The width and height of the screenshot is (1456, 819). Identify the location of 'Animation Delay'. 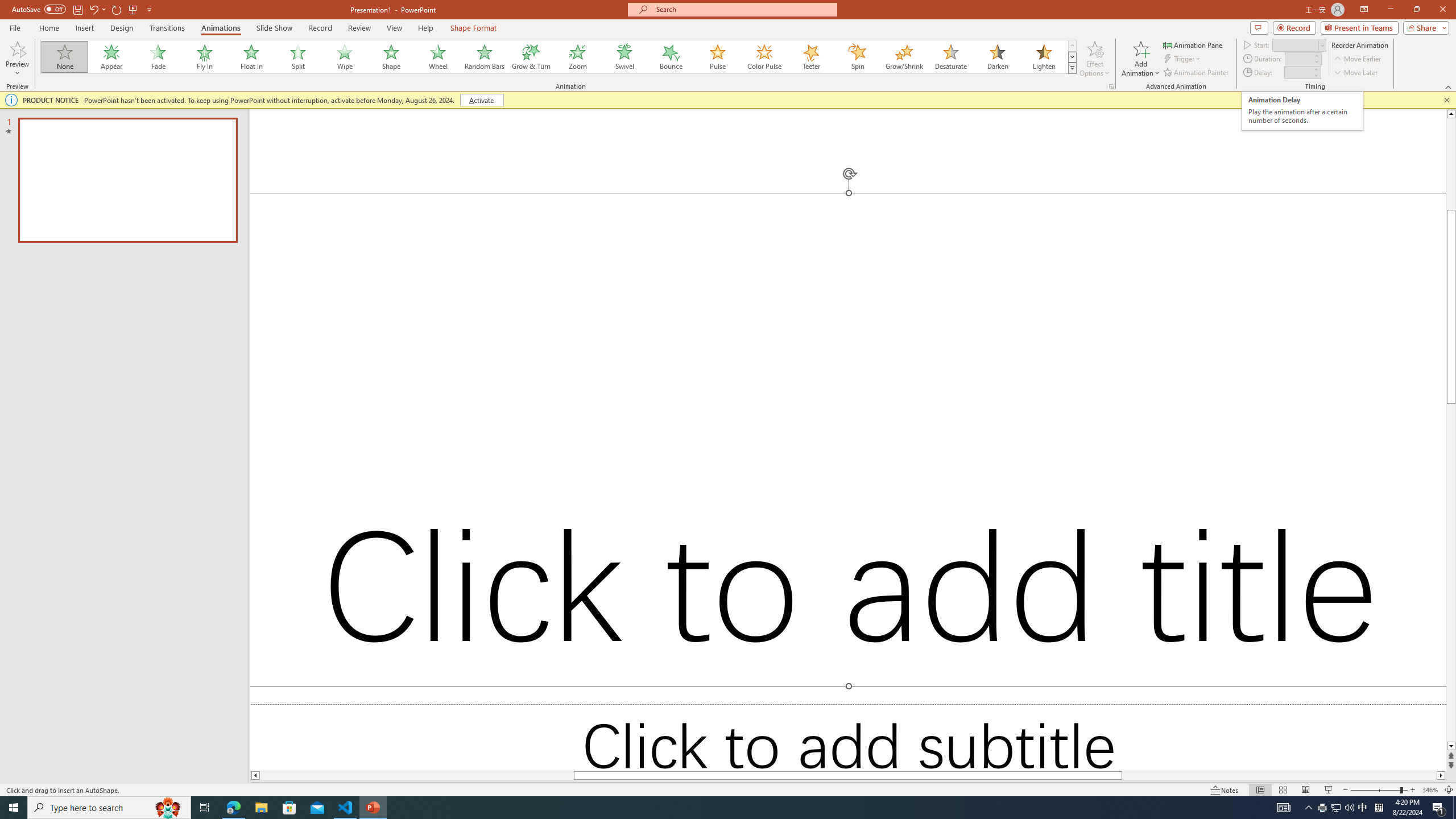
(1296, 72).